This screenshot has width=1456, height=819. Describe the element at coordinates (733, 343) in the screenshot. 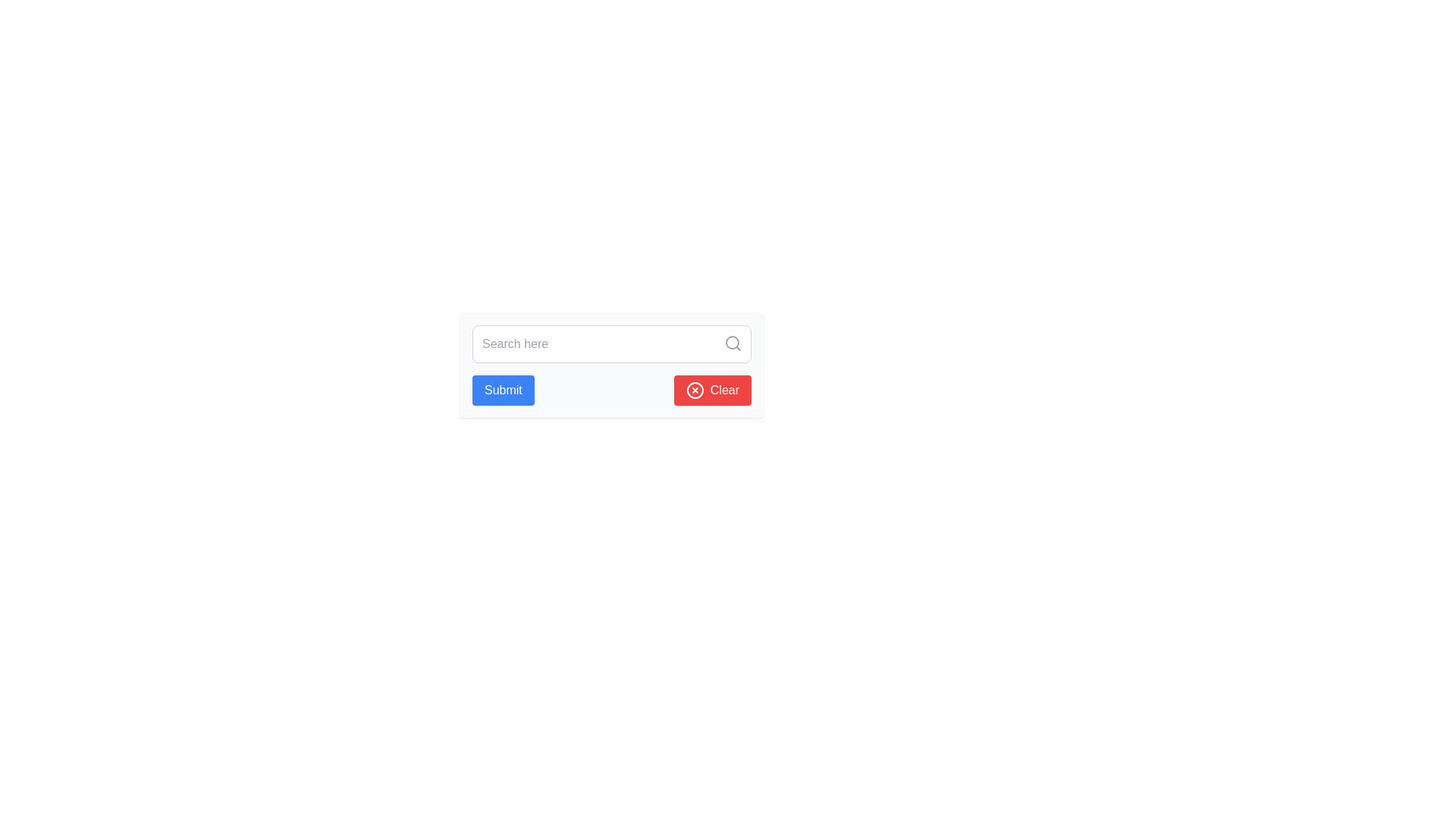

I see `the search icon located towards the right side of the input field's rectangular box to initiate a search operation after entering a query` at that location.